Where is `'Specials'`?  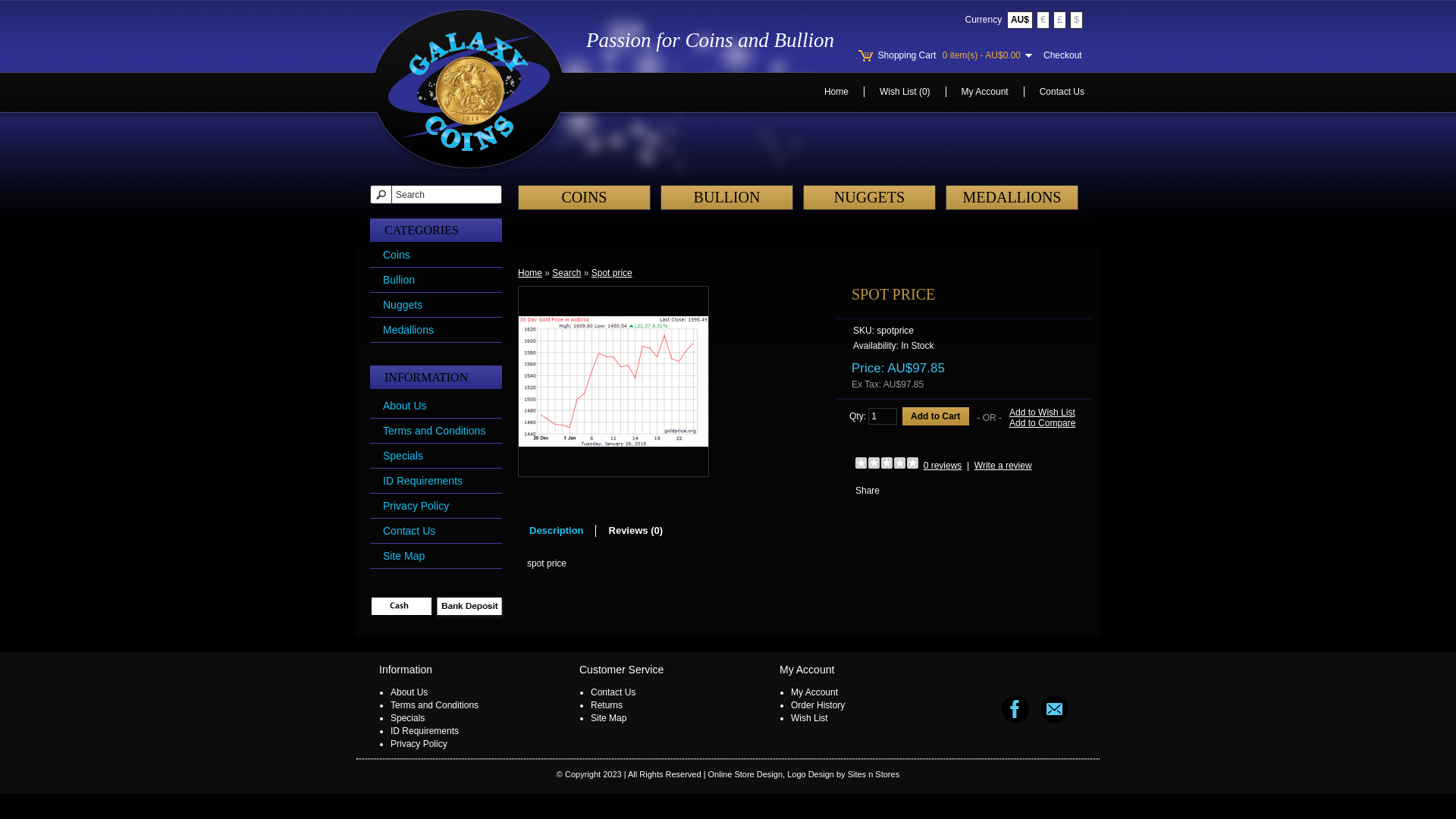 'Specials' is located at coordinates (390, 717).